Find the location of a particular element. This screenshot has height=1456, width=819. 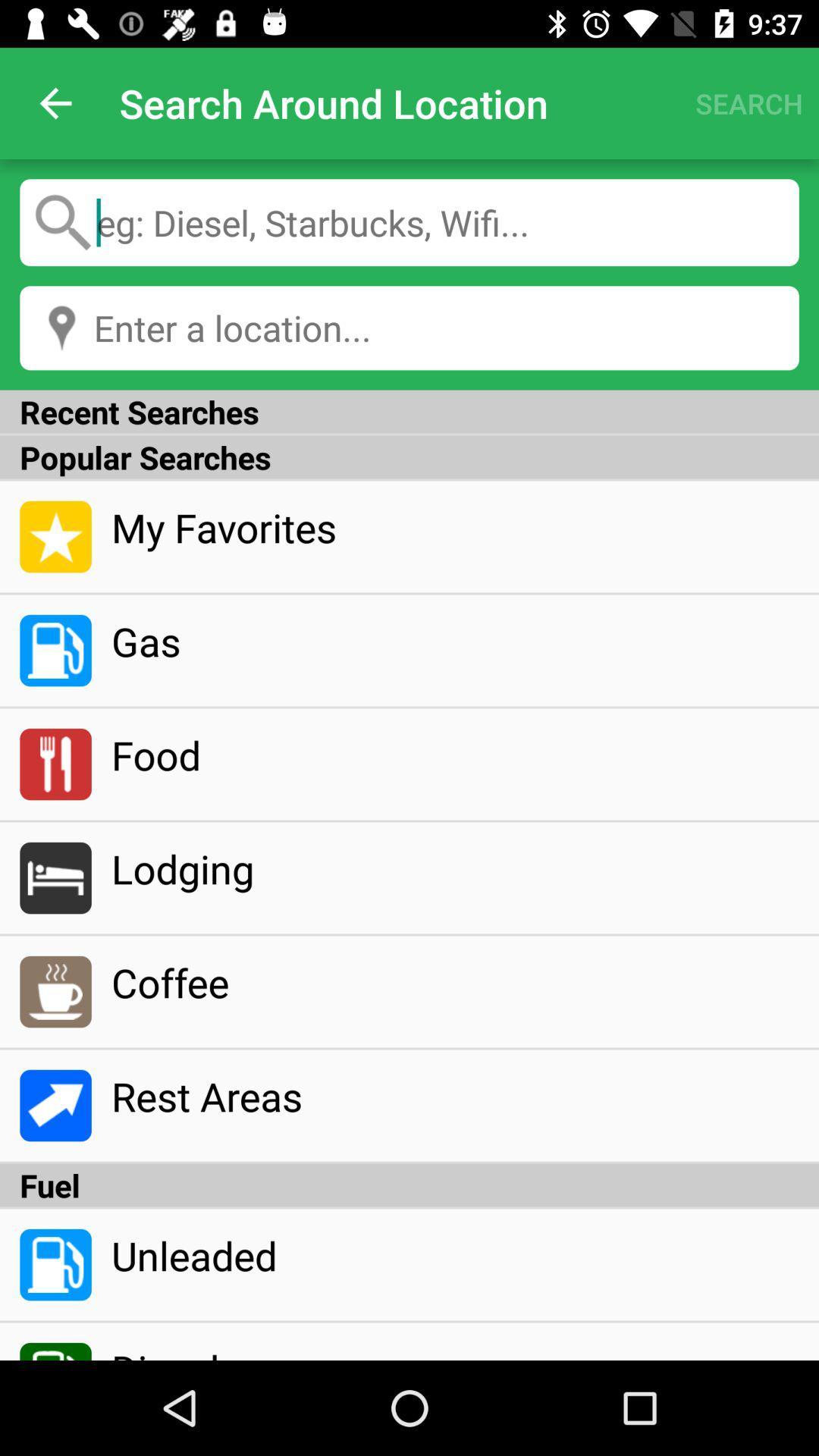

the icon above the my favorites icon is located at coordinates (409, 457).